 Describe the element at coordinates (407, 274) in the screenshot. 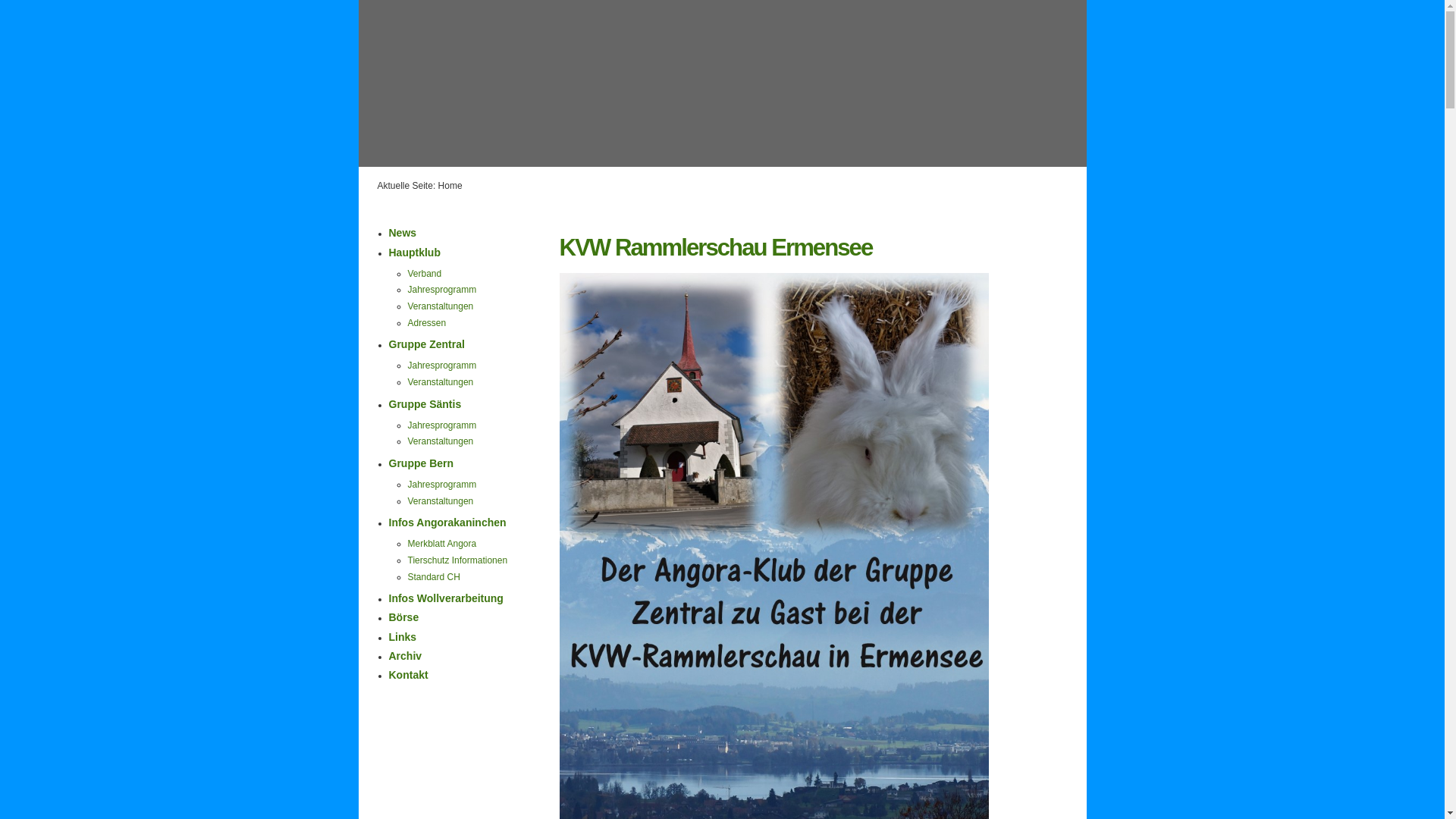

I see `'Verband'` at that location.